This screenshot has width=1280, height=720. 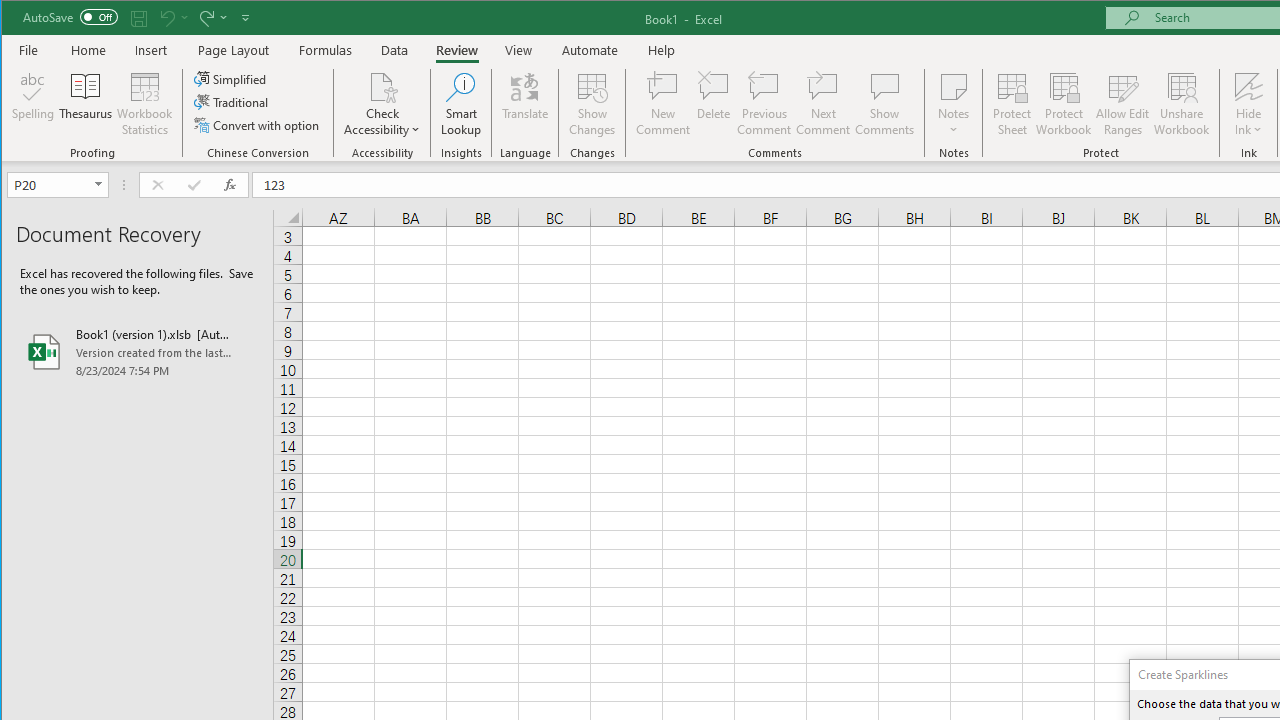 I want to click on 'Notes', so click(x=953, y=104).